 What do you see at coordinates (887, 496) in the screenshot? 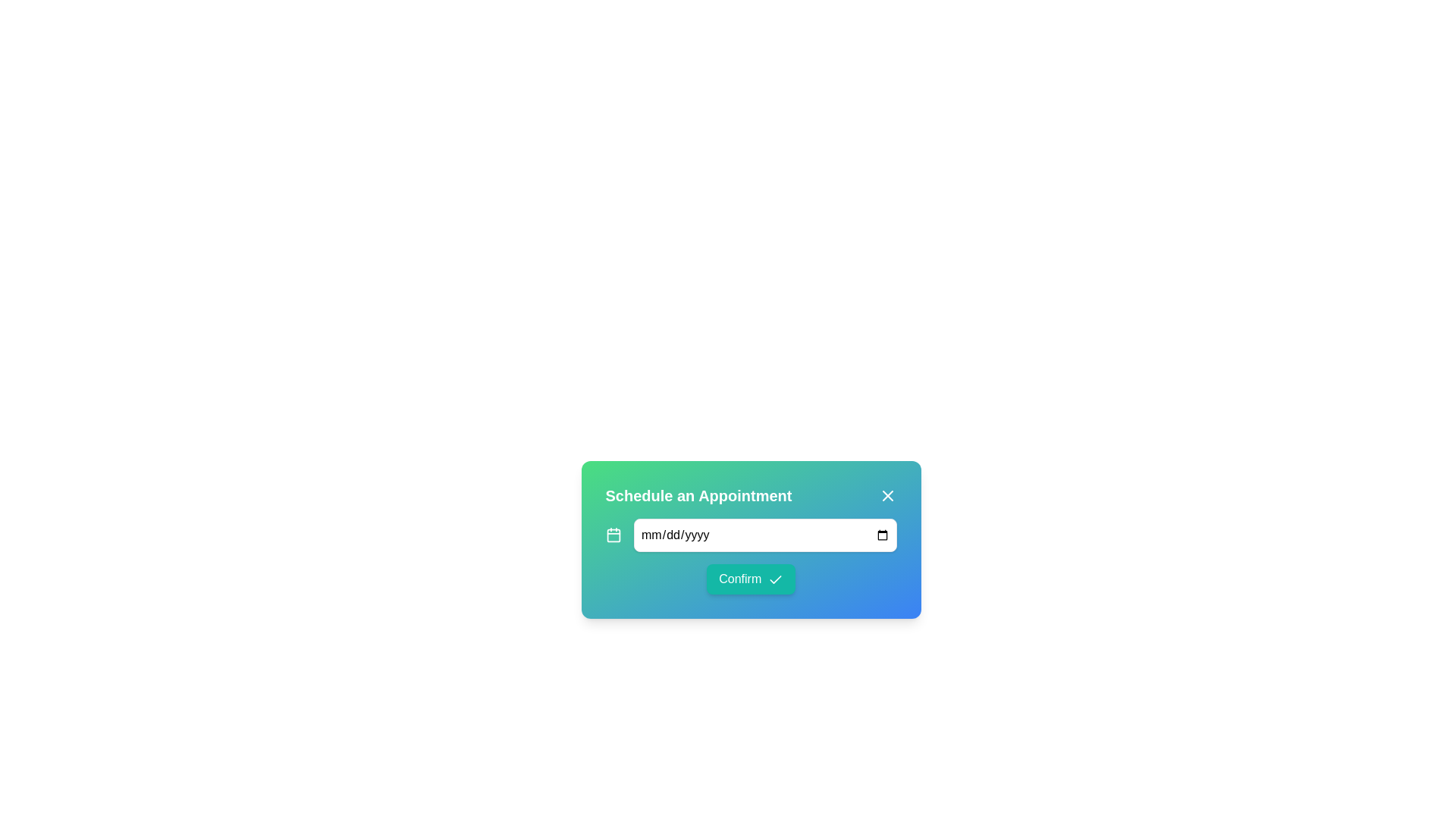
I see `the close icon button, which is a bold white 'X' on a light blue square, located at the top-right corner of the modal window under the heading 'Schedule an Appointment'` at bounding box center [887, 496].